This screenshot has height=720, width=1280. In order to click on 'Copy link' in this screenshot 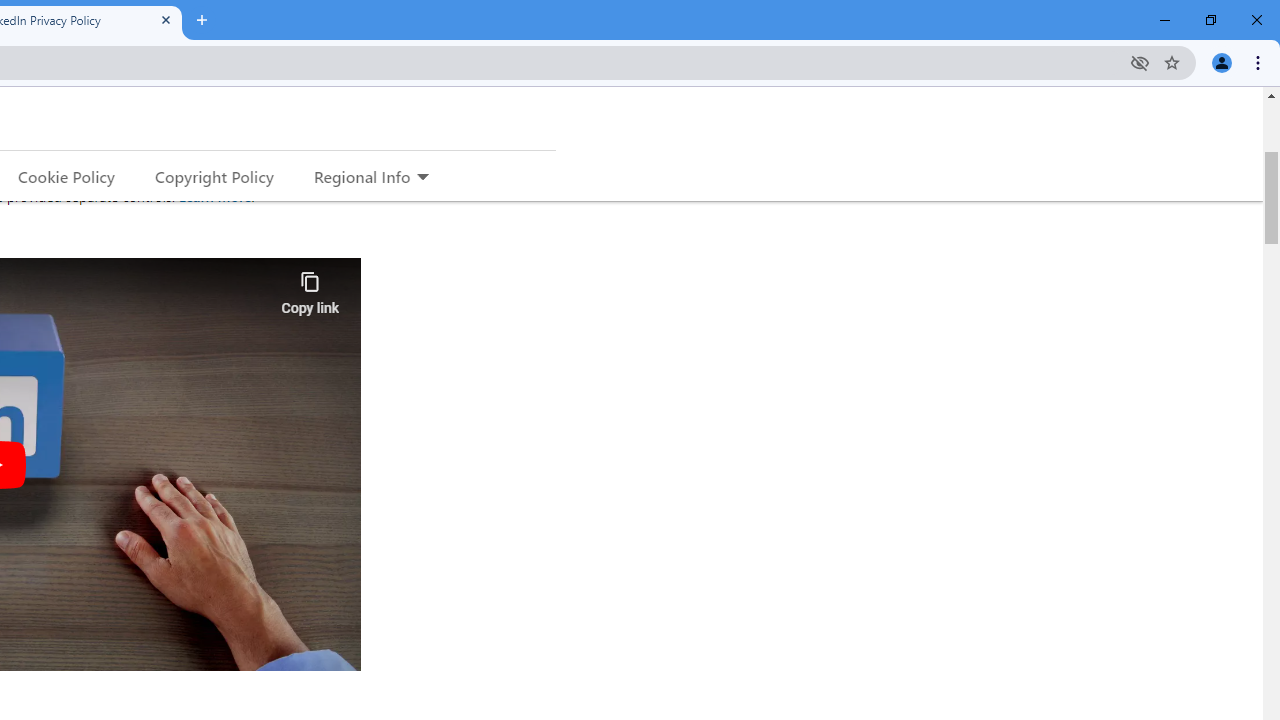, I will do `click(309, 288)`.